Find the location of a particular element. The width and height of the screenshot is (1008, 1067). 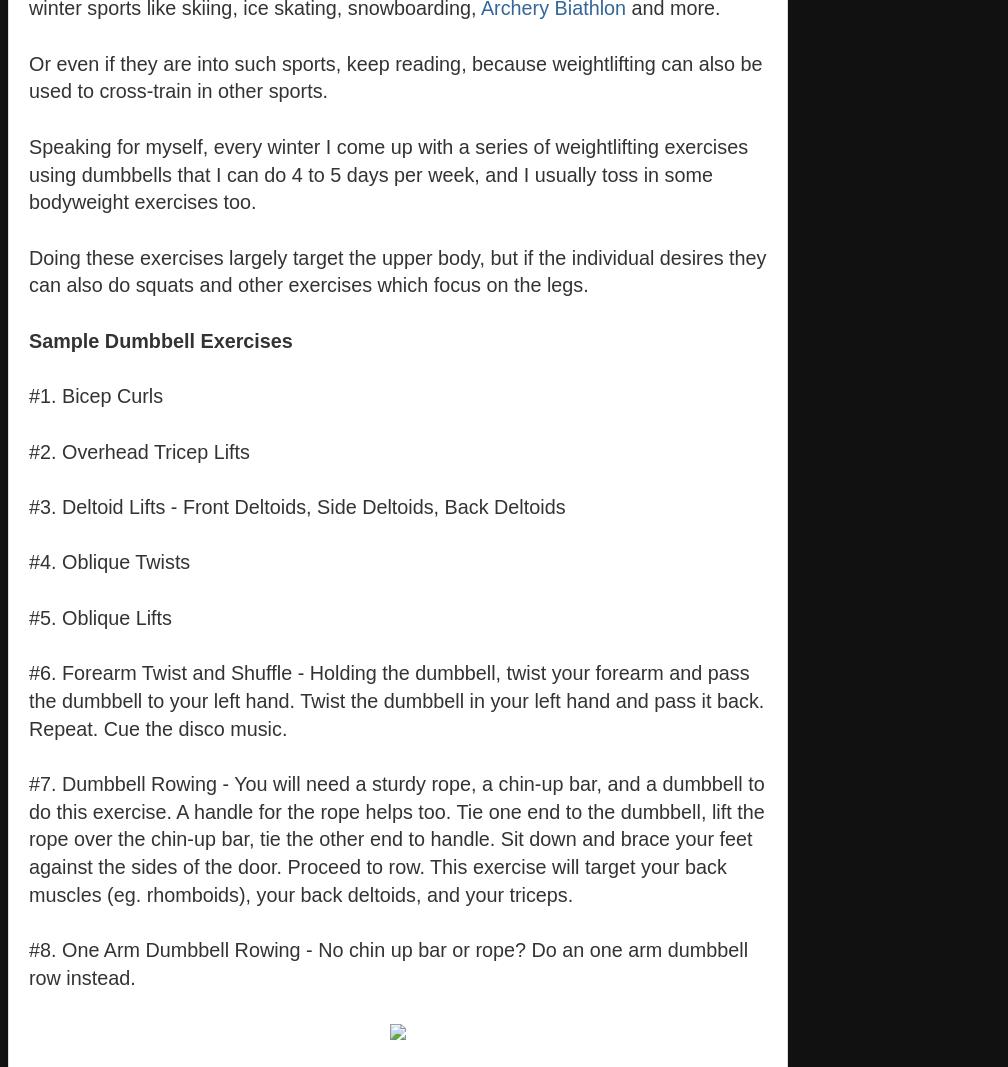

'Doing these exercises largely target the upper body, but if the individual desires they can also do squats and other exercises which focus on the legs.' is located at coordinates (29, 271).